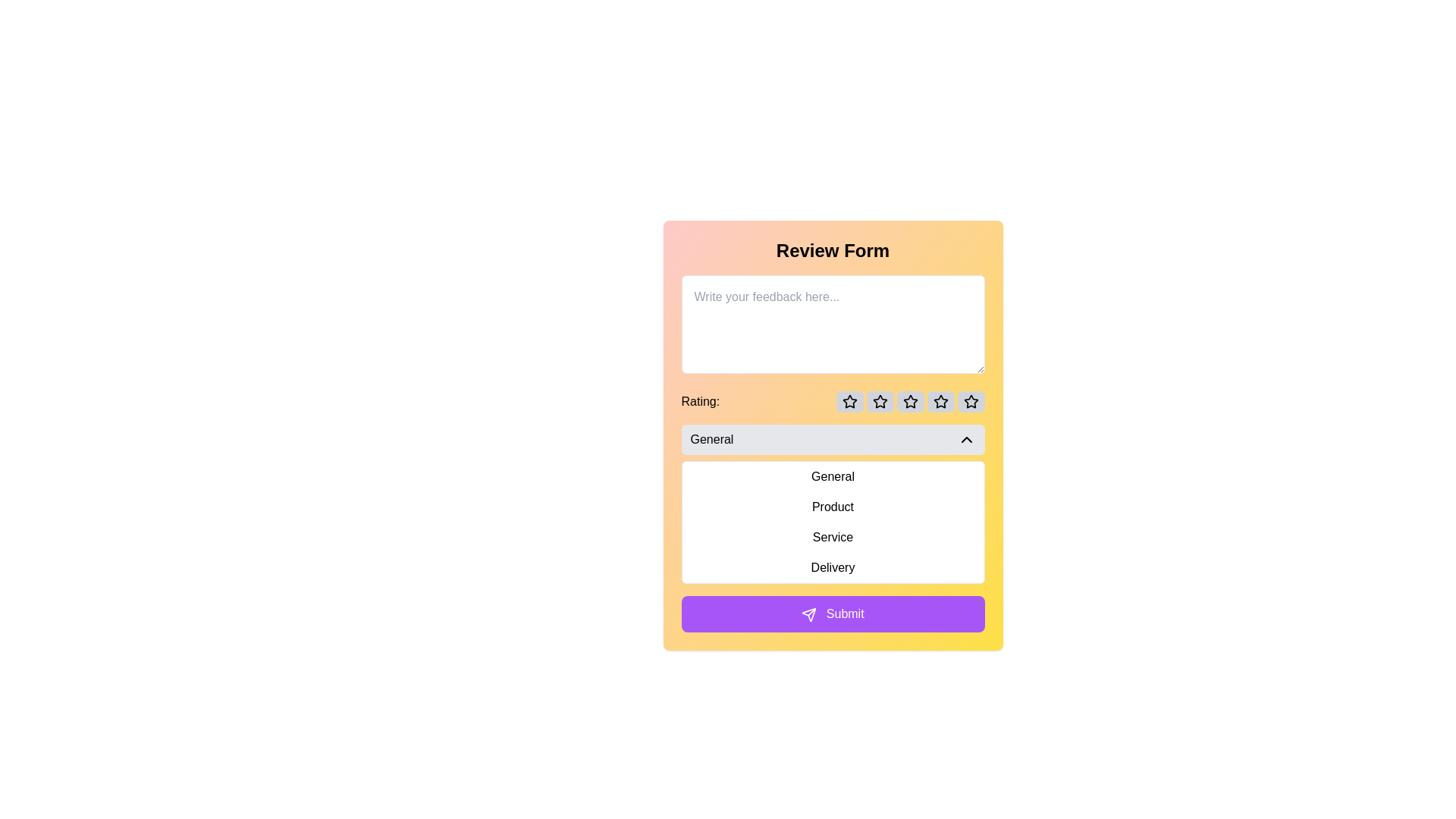  What do you see at coordinates (832, 614) in the screenshot?
I see `the submission button located at the bottom section of the review form` at bounding box center [832, 614].